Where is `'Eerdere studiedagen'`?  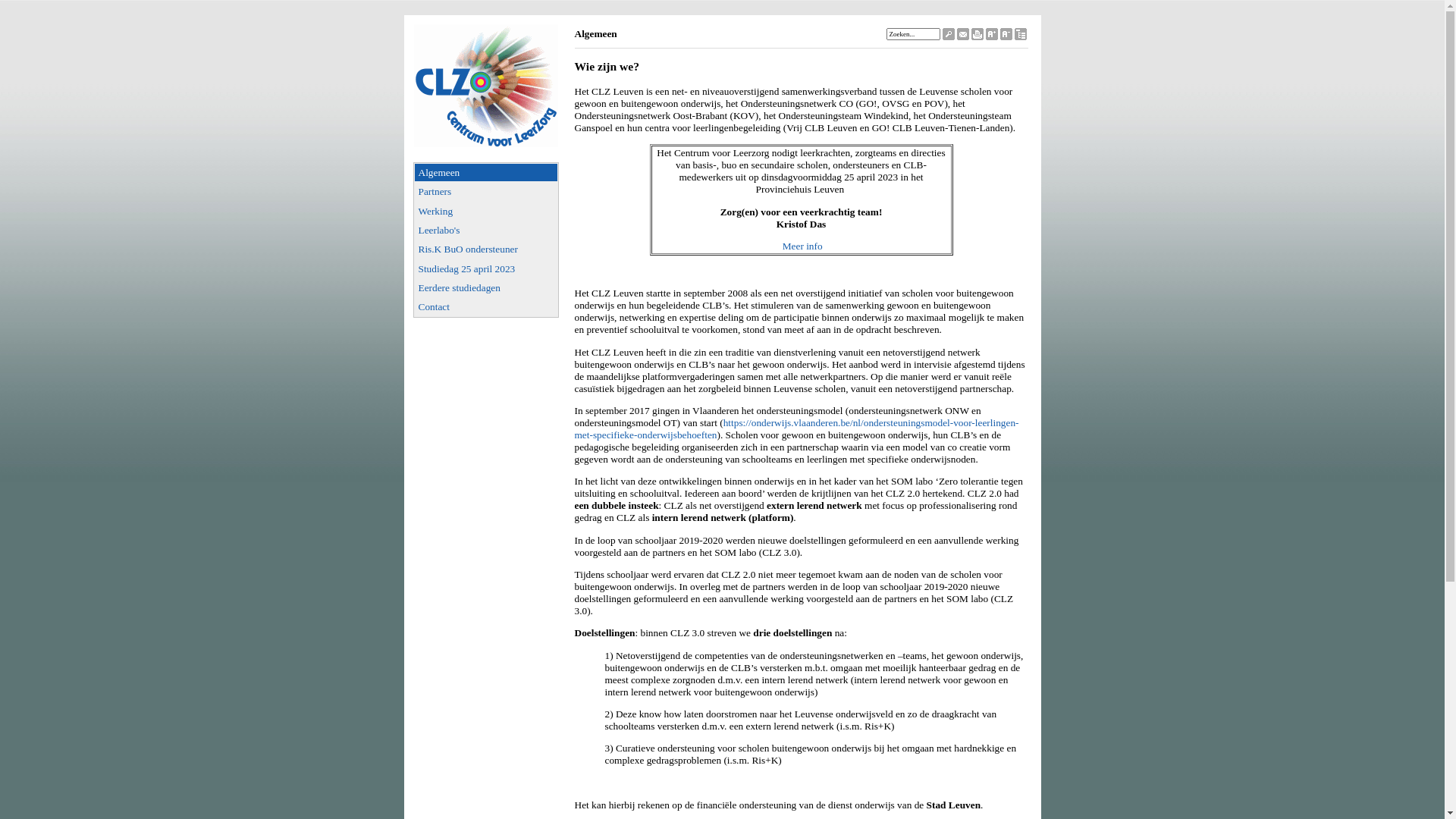 'Eerdere studiedagen' is located at coordinates (486, 287).